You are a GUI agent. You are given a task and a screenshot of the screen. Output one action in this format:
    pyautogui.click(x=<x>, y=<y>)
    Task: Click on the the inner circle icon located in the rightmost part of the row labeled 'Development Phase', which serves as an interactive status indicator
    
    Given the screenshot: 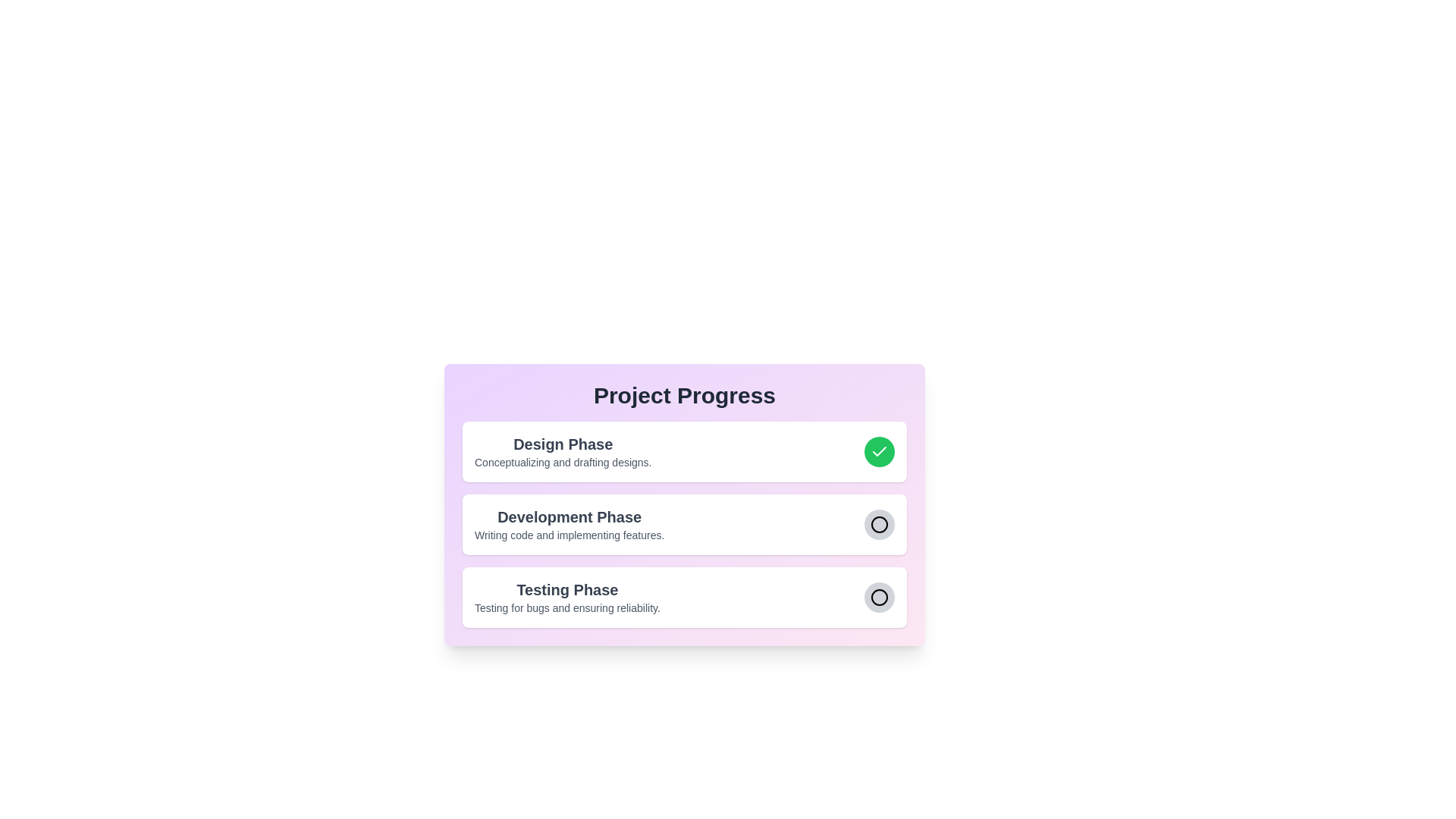 What is the action you would take?
    pyautogui.click(x=880, y=596)
    